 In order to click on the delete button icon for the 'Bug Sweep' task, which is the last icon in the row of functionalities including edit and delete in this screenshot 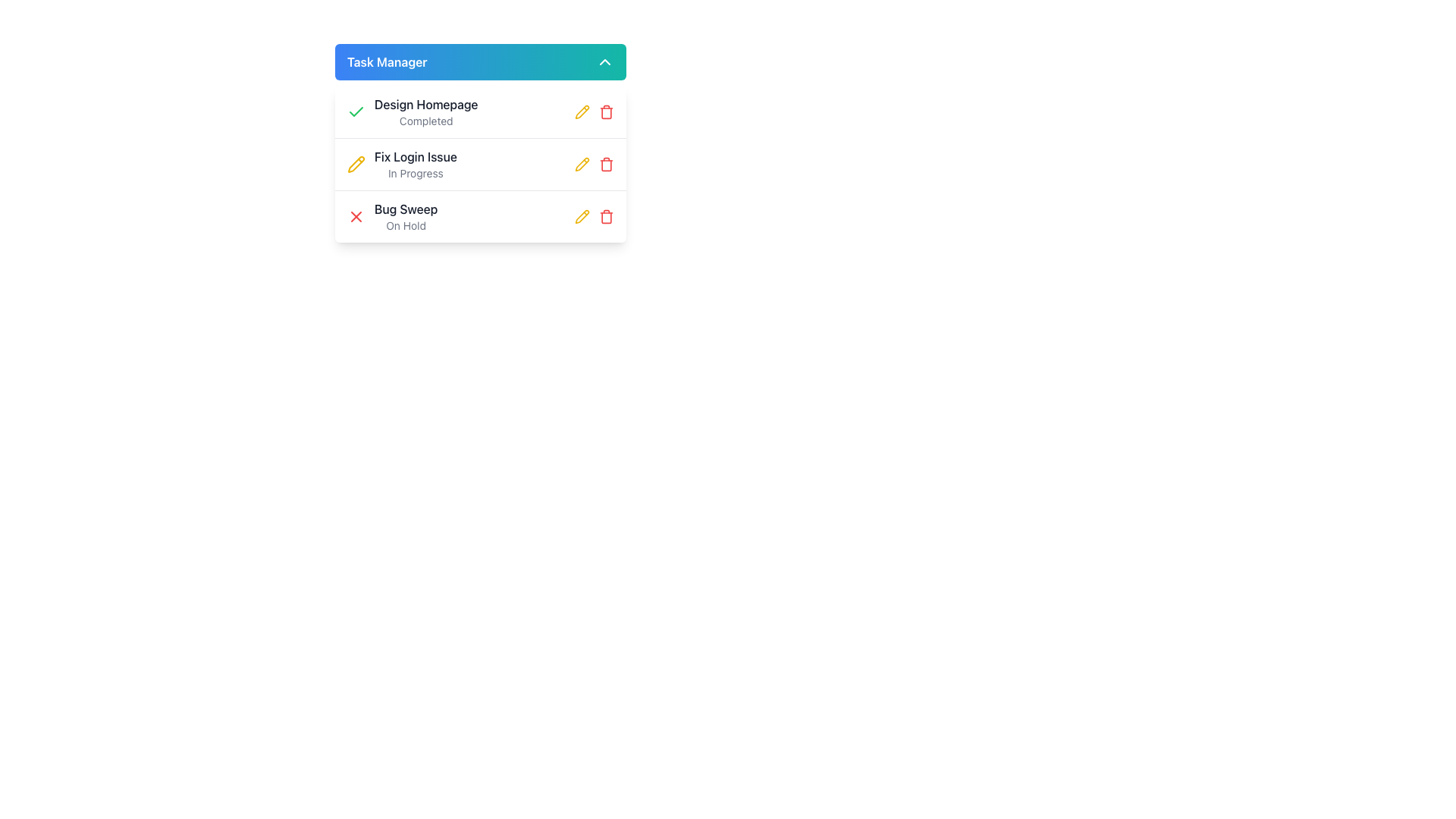, I will do `click(607, 216)`.